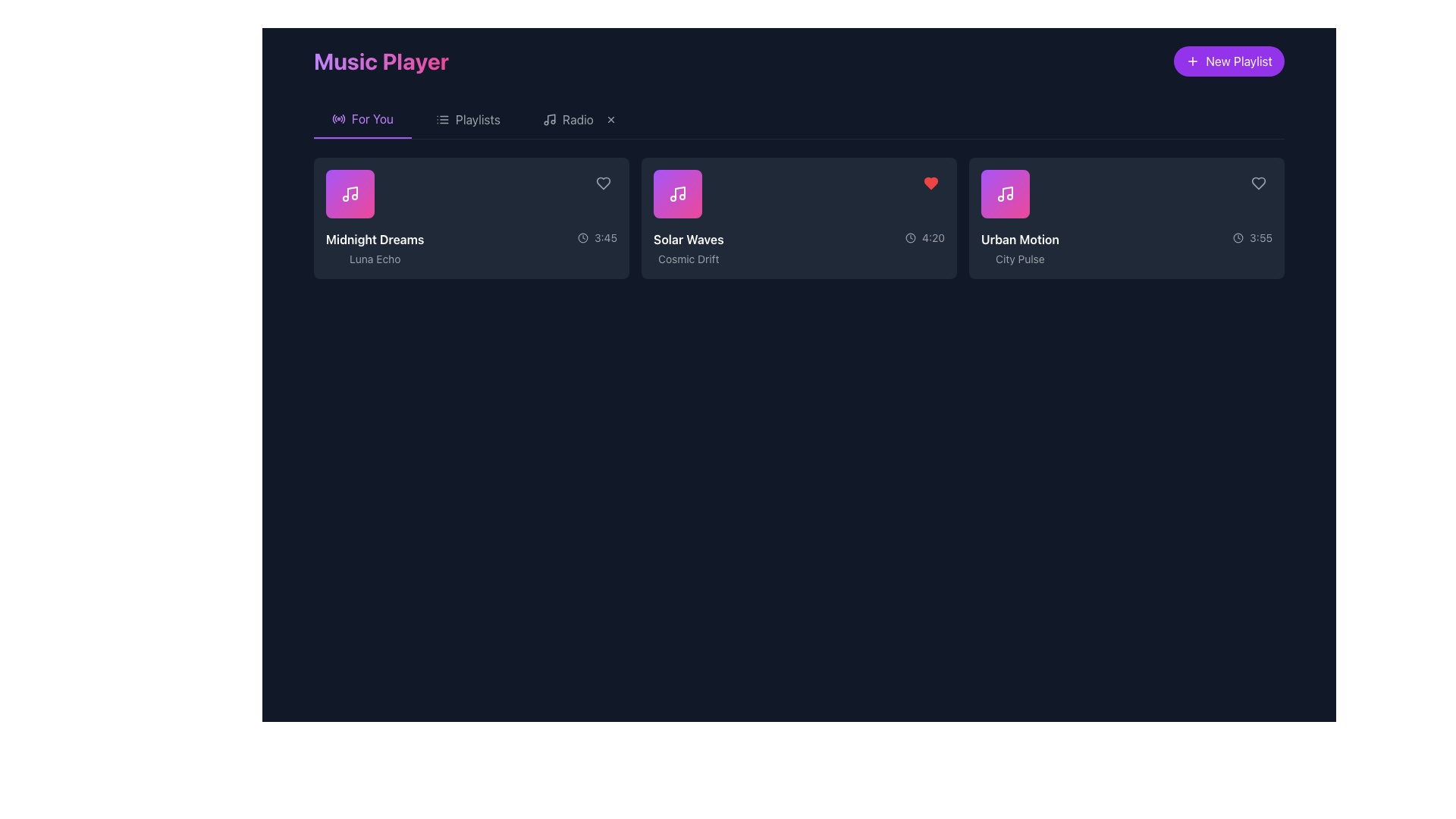 This screenshot has width=1456, height=819. I want to click on the clock icon indicating the duration of the music track '4:20' in the 'Solar Waves' music card, which is located next to the heart-shaped favorite icon, so click(910, 237).